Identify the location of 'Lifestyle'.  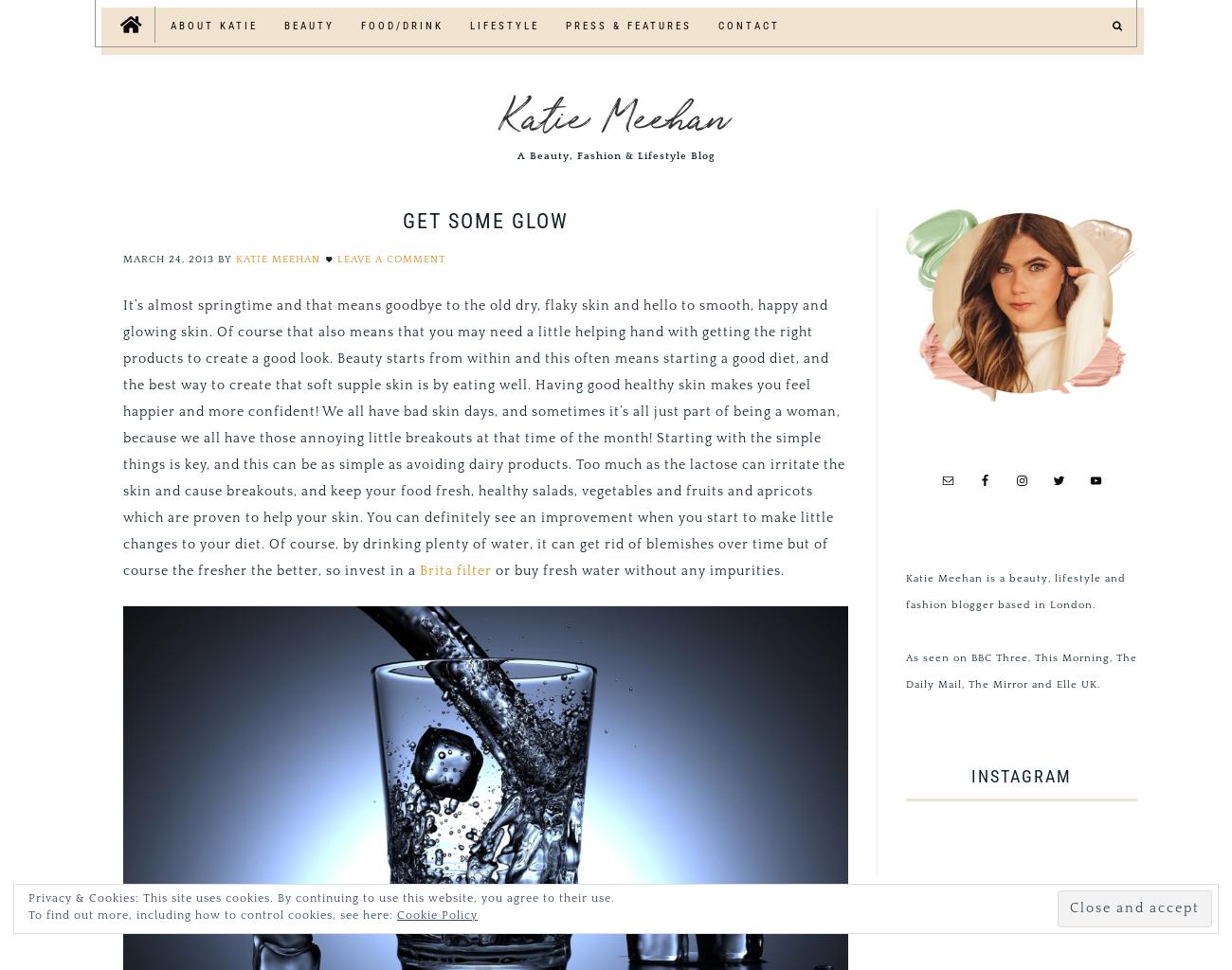
(504, 26).